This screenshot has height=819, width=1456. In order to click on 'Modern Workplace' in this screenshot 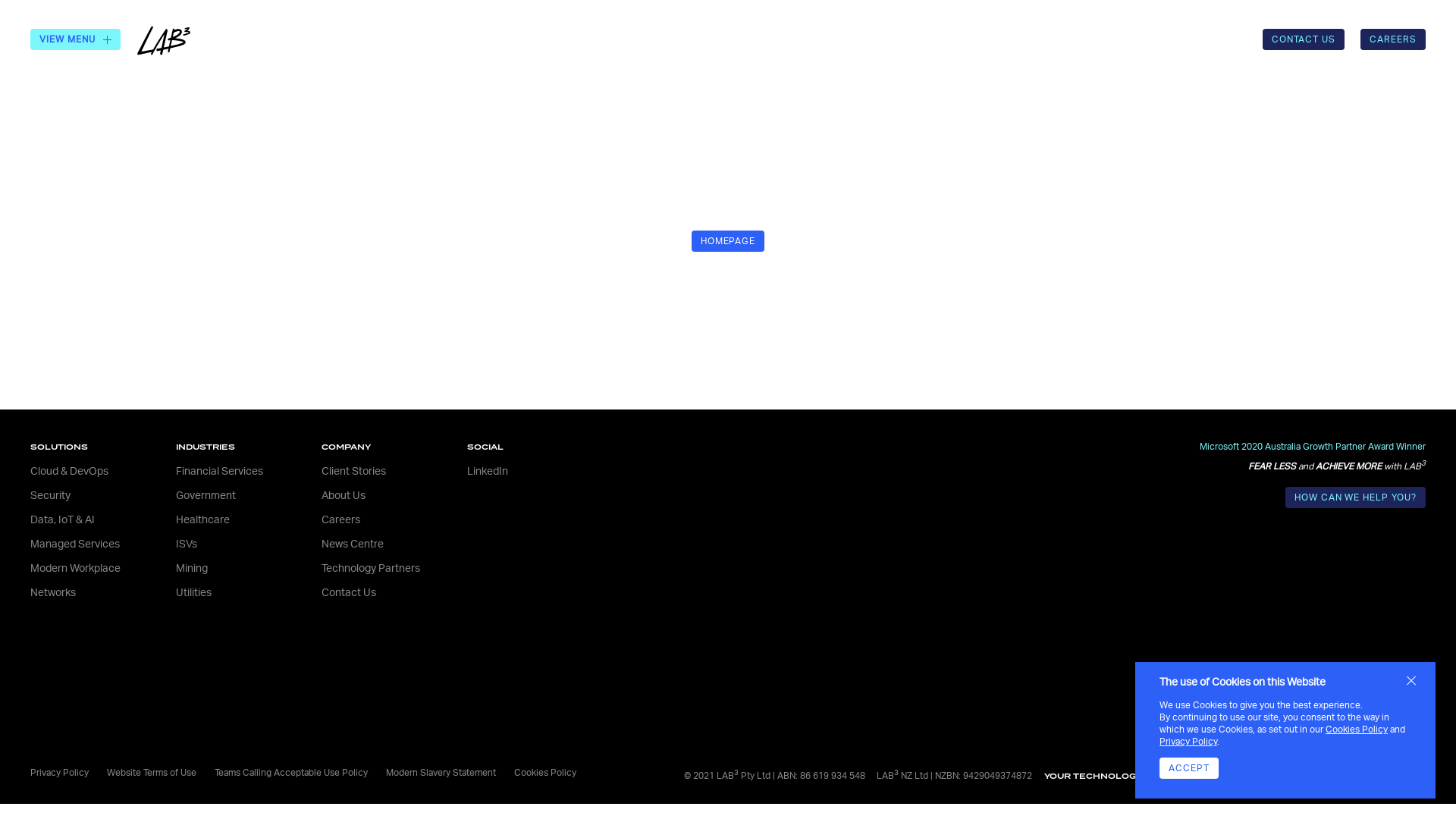, I will do `click(74, 568)`.